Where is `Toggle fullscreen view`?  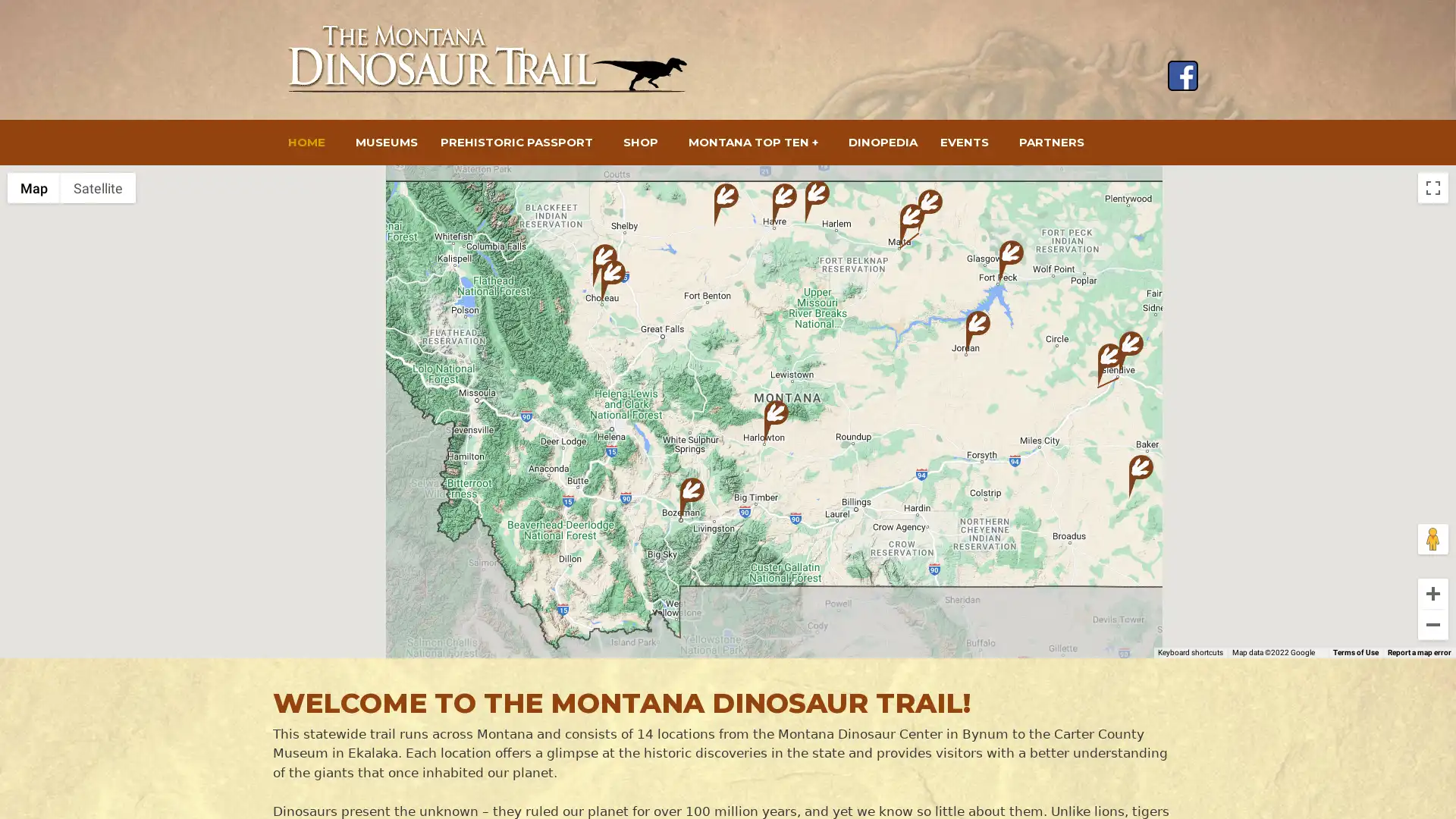
Toggle fullscreen view is located at coordinates (1432, 187).